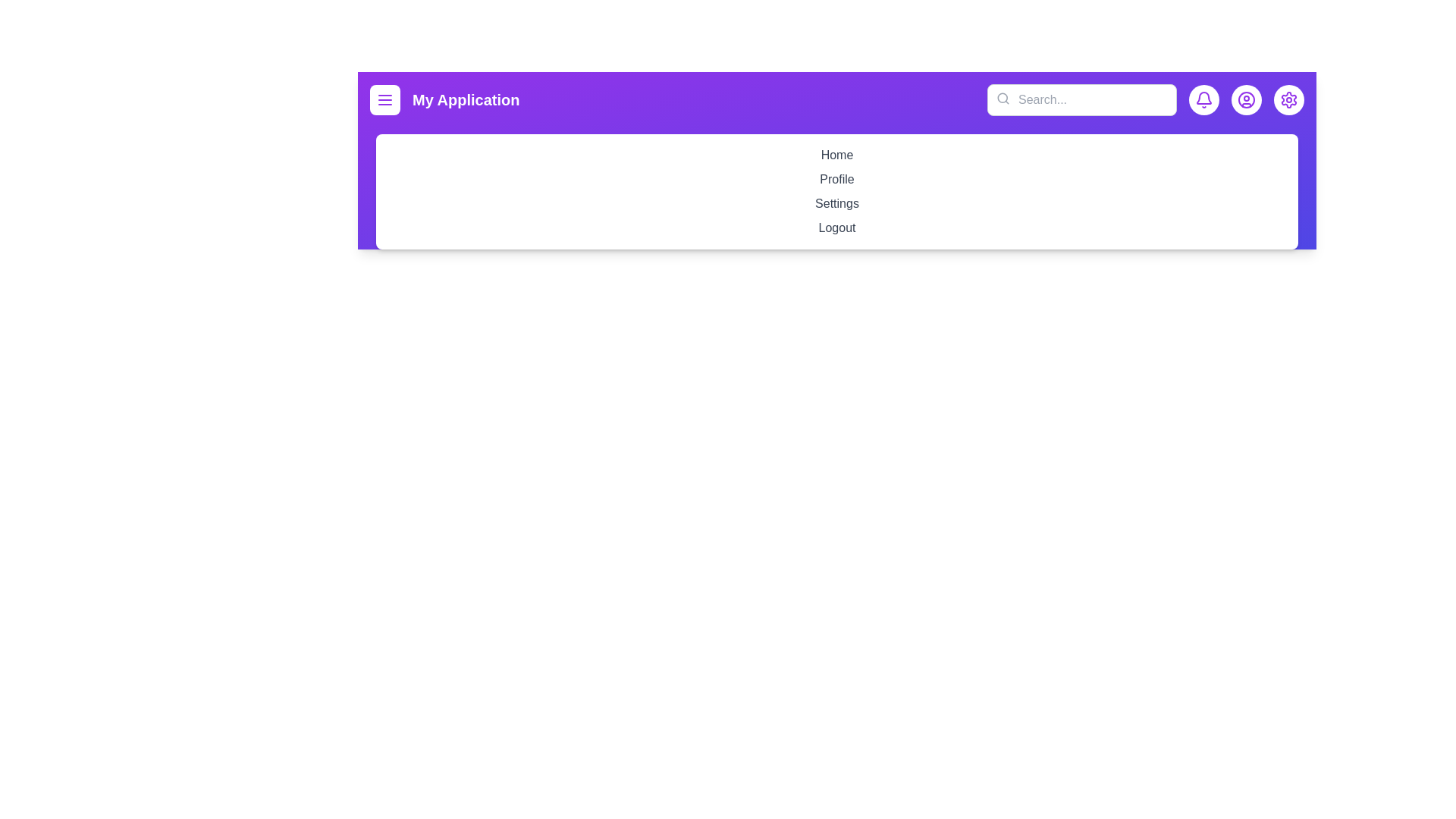  What do you see at coordinates (388, 203) in the screenshot?
I see `the menu item Settings` at bounding box center [388, 203].